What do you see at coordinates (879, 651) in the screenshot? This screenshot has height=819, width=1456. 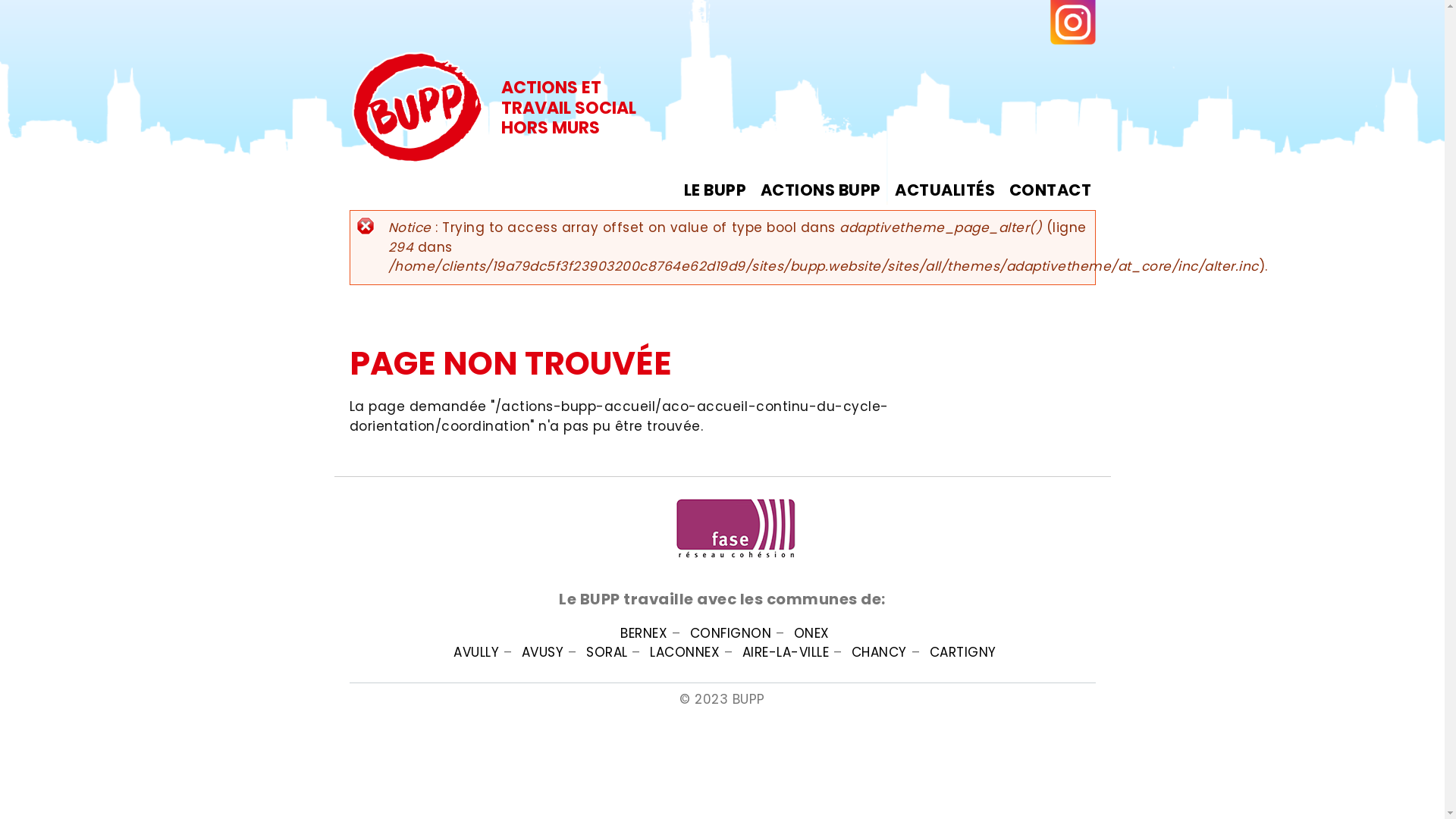 I see `'CHANCY'` at bounding box center [879, 651].